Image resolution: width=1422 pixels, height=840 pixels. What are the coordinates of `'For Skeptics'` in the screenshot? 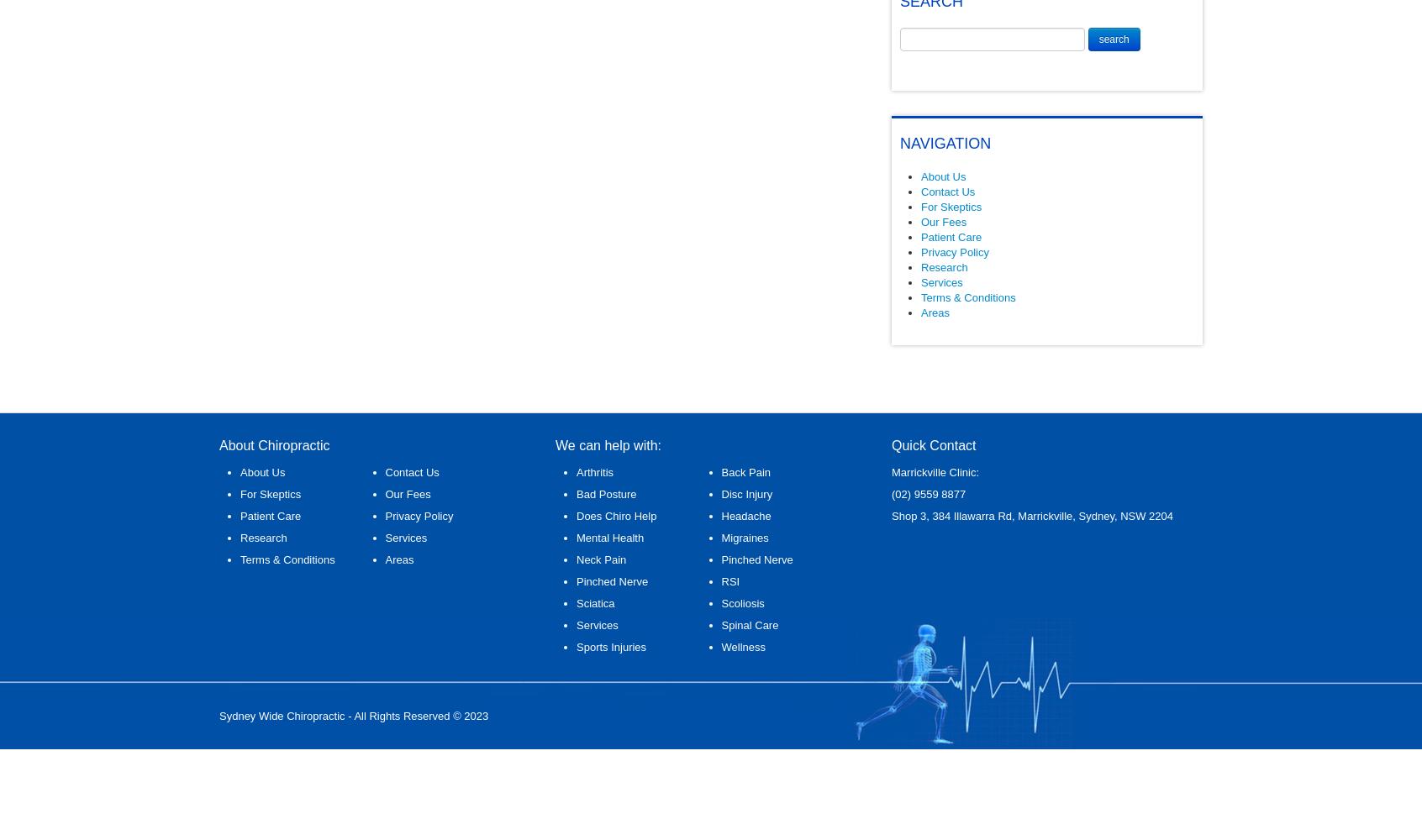 It's located at (950, 206).